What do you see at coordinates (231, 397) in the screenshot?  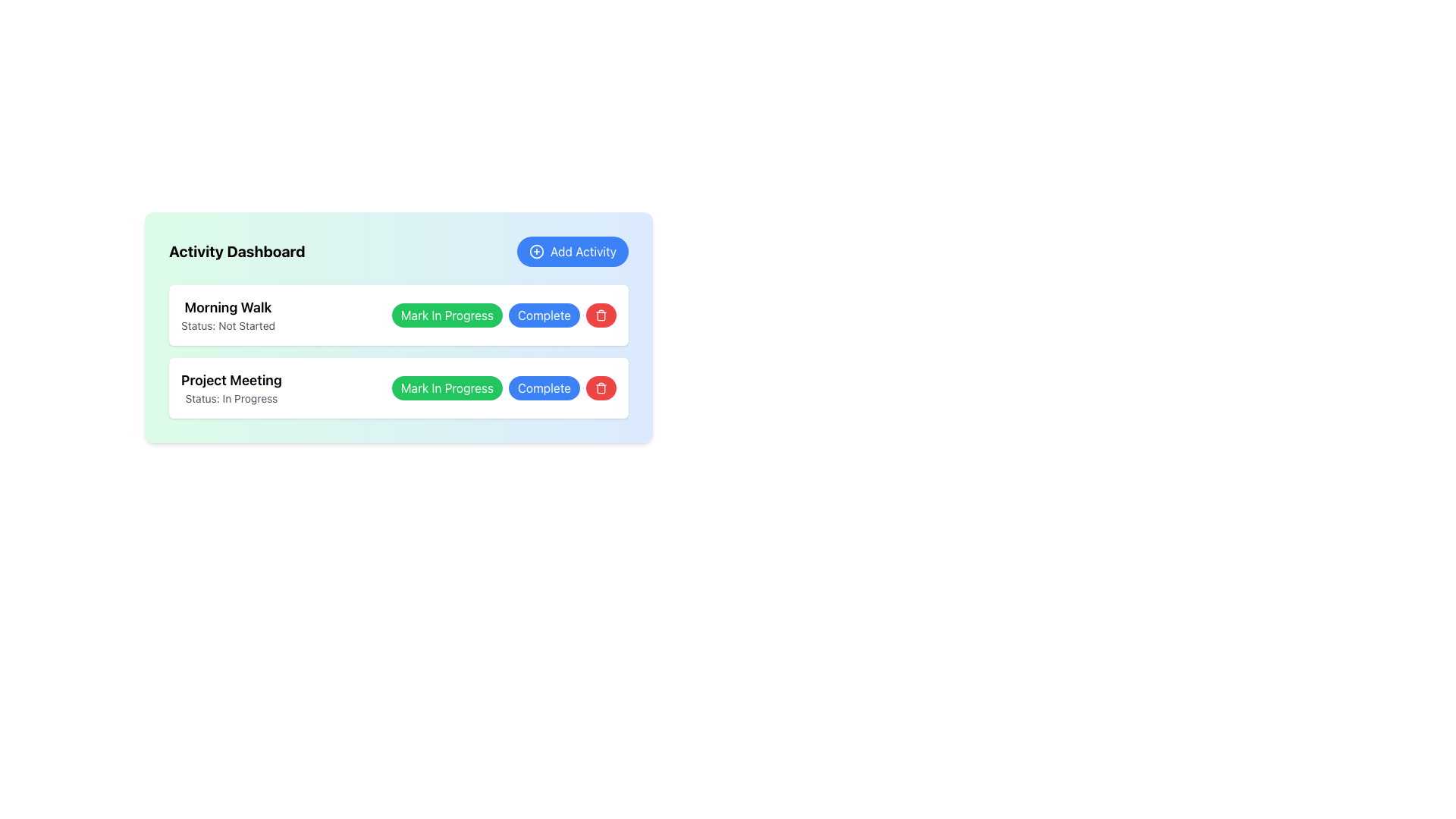 I see `status information displayed in gray text saying 'Status: In Progress', which is located below the 'Project Meeting' text in the Activity Dashboard` at bounding box center [231, 397].